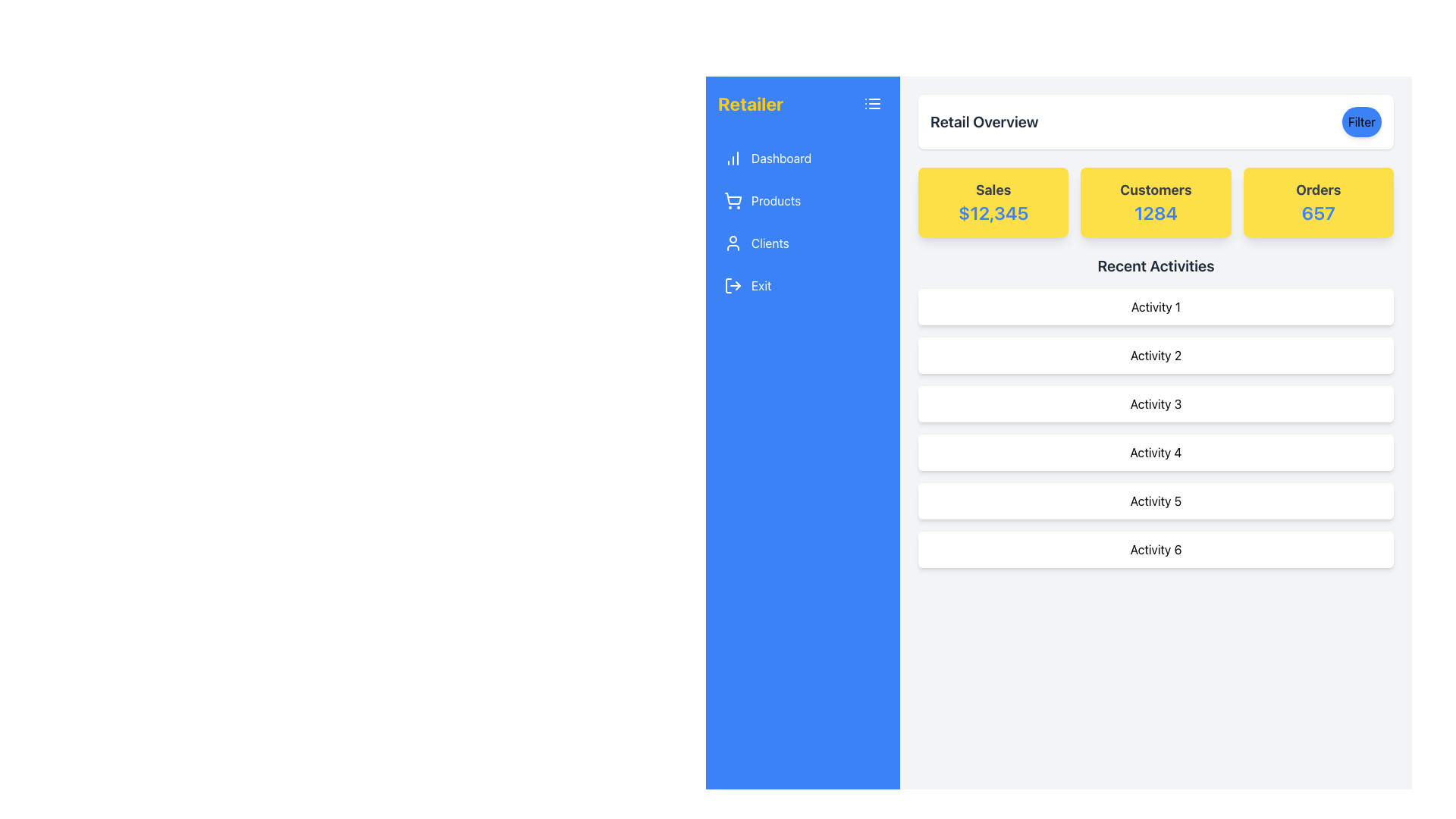  What do you see at coordinates (733, 286) in the screenshot?
I see `the logout icon with a white outline on a blue background, located next to the text label 'Exit' in the left navigation pane` at bounding box center [733, 286].